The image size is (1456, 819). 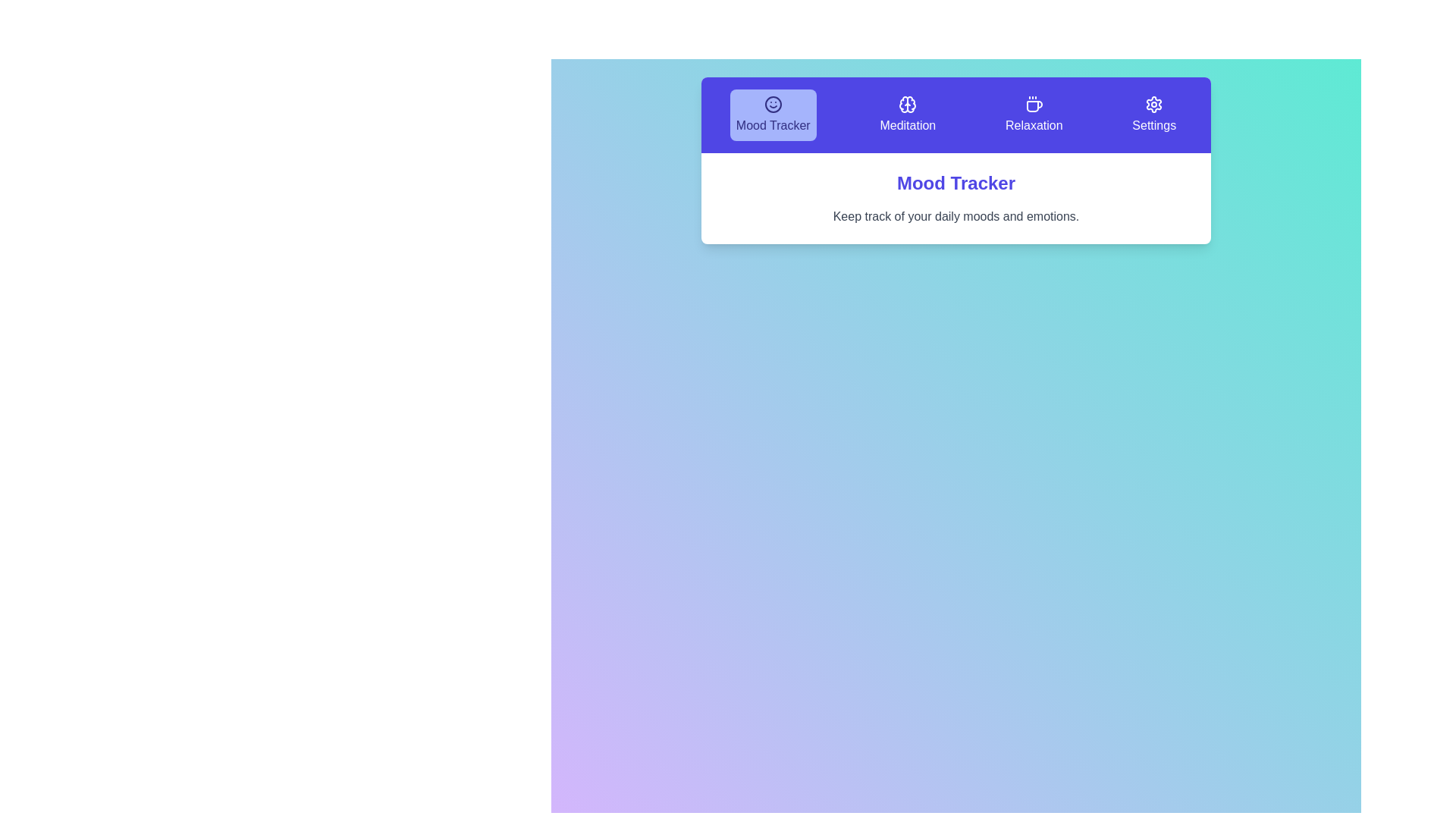 What do you see at coordinates (1033, 104) in the screenshot?
I see `the graphical icon representing the 'Relaxation' section in the navigation bar` at bounding box center [1033, 104].